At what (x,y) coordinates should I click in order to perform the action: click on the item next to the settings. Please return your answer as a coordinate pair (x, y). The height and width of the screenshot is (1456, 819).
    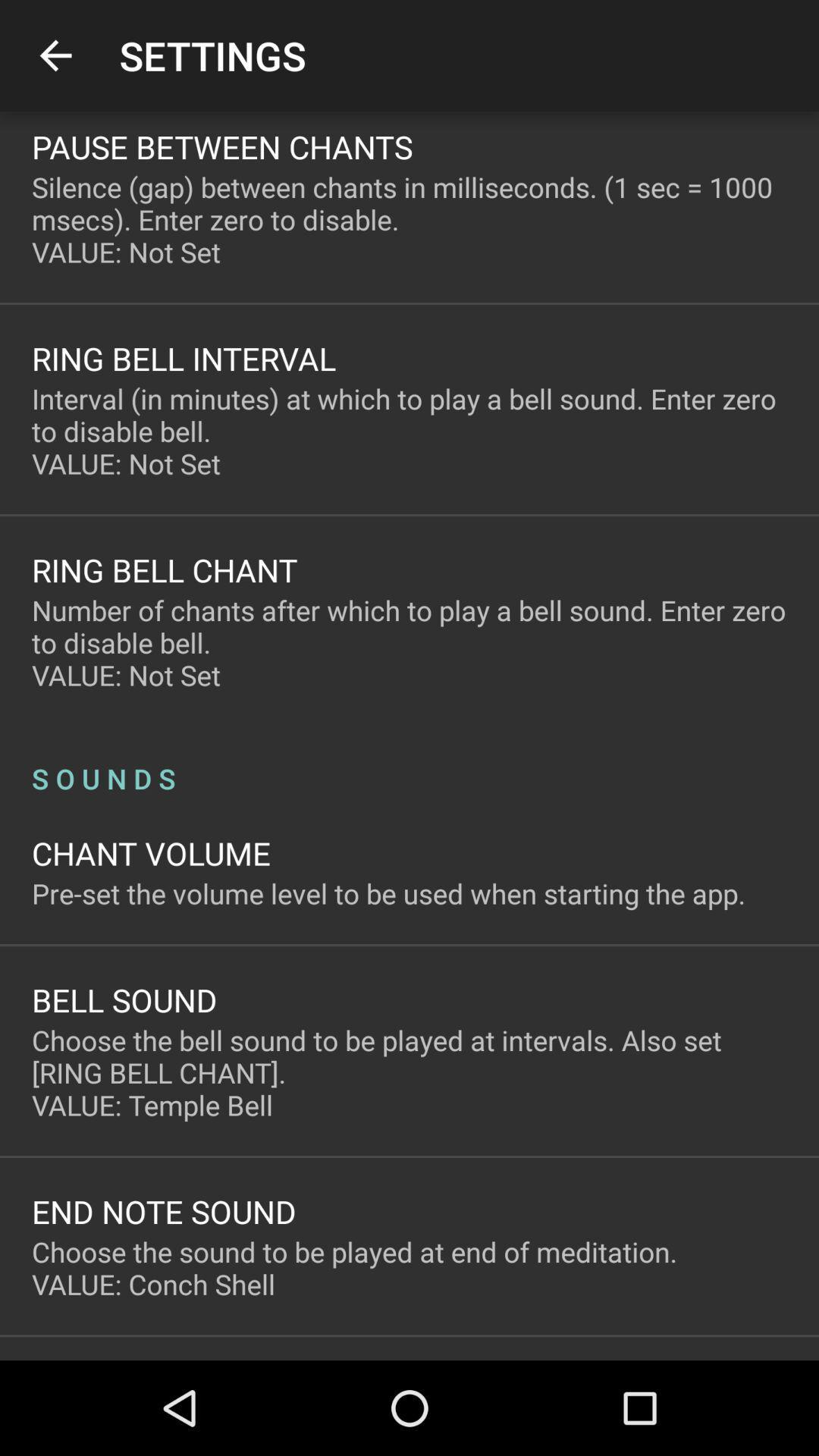
    Looking at the image, I should click on (55, 55).